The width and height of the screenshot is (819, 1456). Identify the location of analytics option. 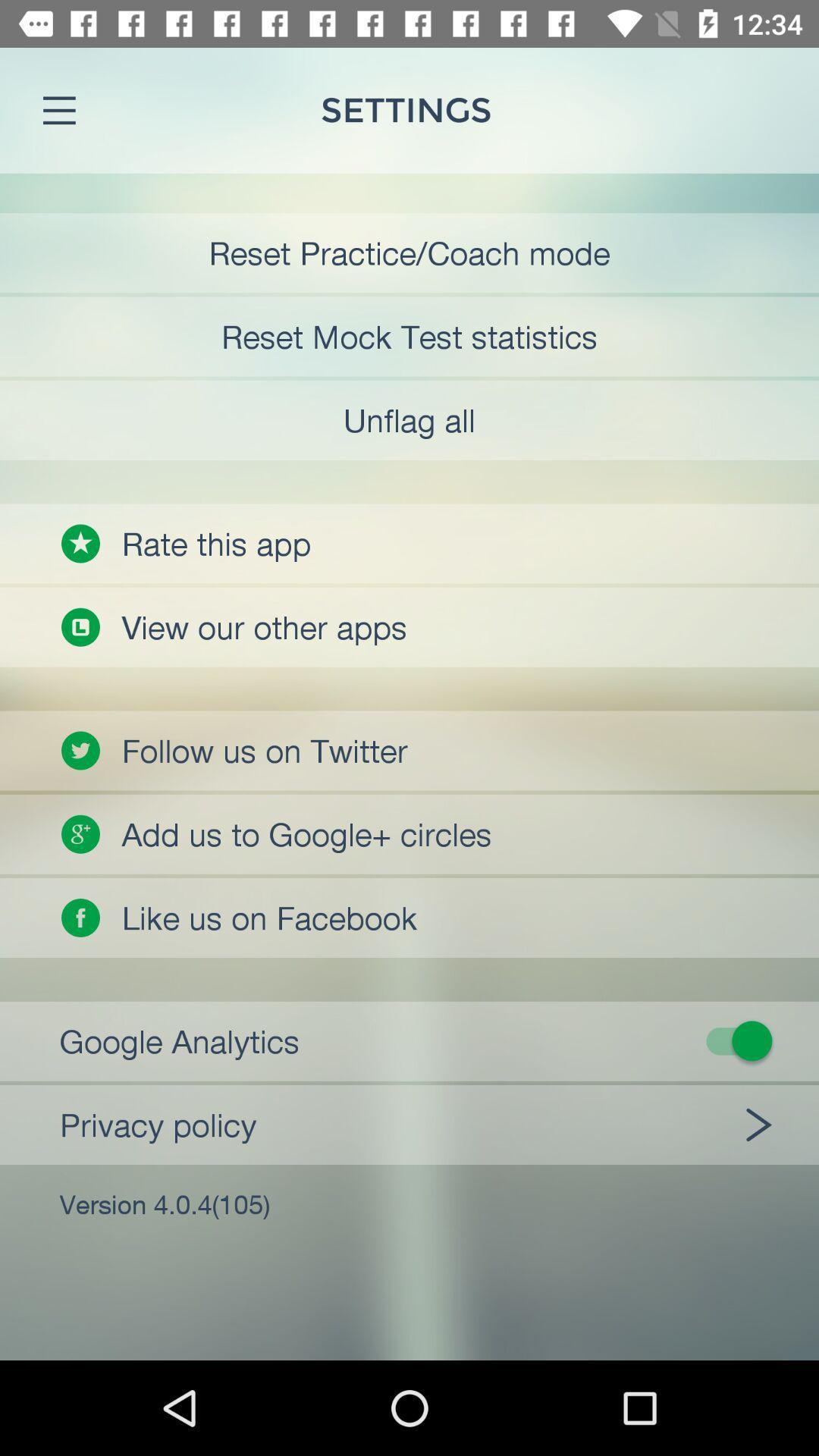
(419, 1040).